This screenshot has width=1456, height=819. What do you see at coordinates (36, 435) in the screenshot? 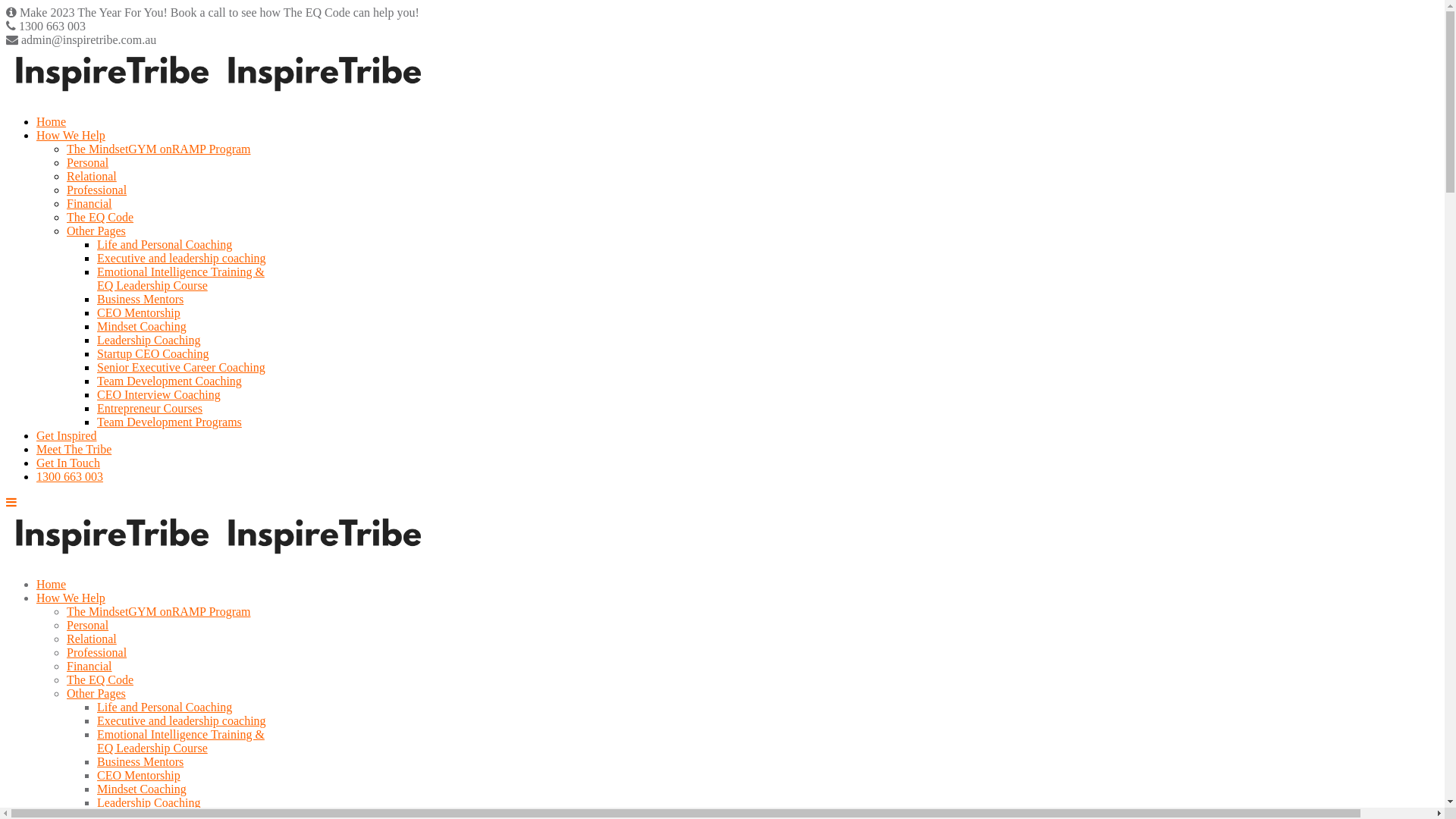
I see `'Get Inspired'` at bounding box center [36, 435].